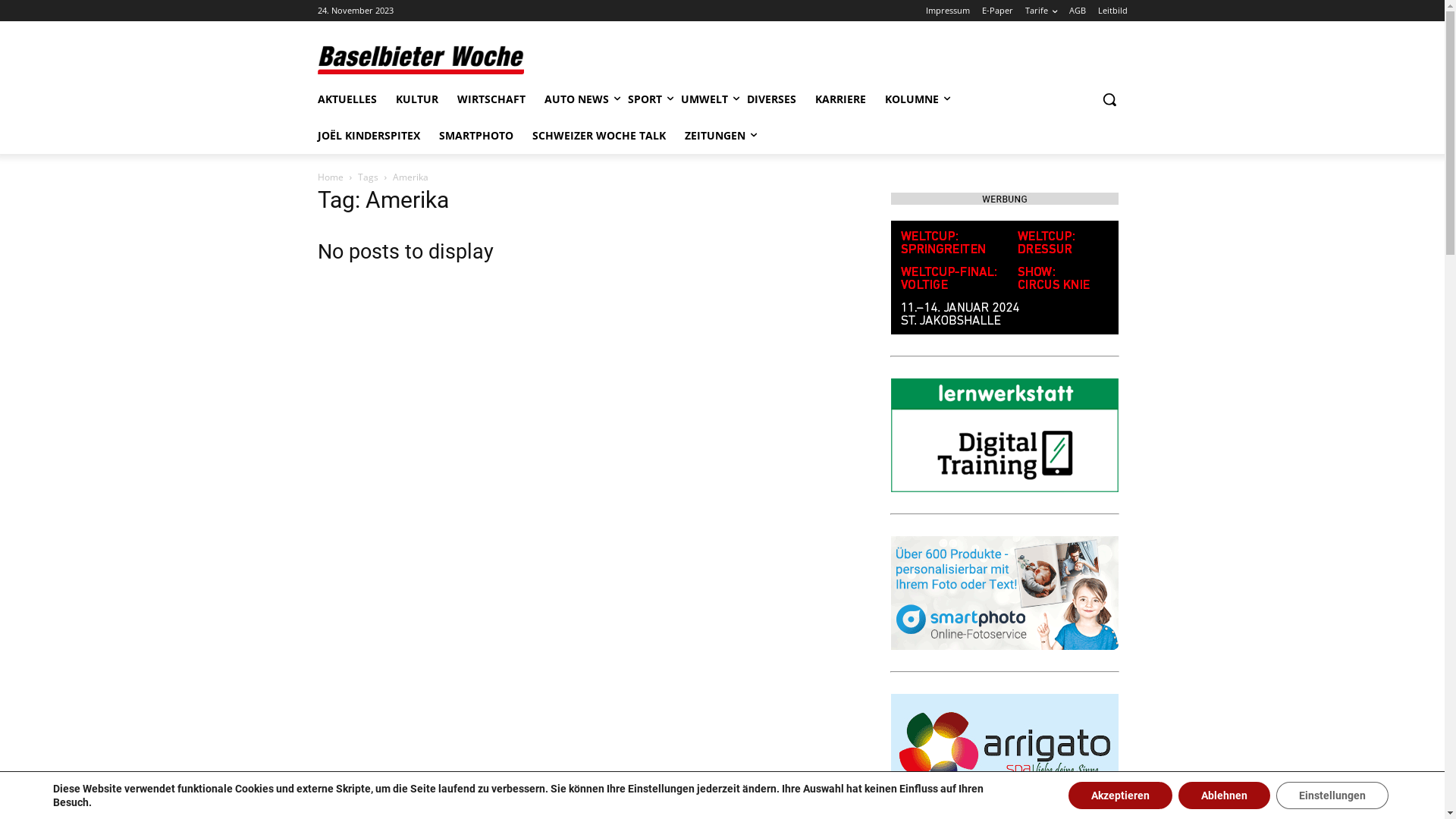 The image size is (1456, 819). I want to click on 'ZEITUNGEN', so click(713, 134).